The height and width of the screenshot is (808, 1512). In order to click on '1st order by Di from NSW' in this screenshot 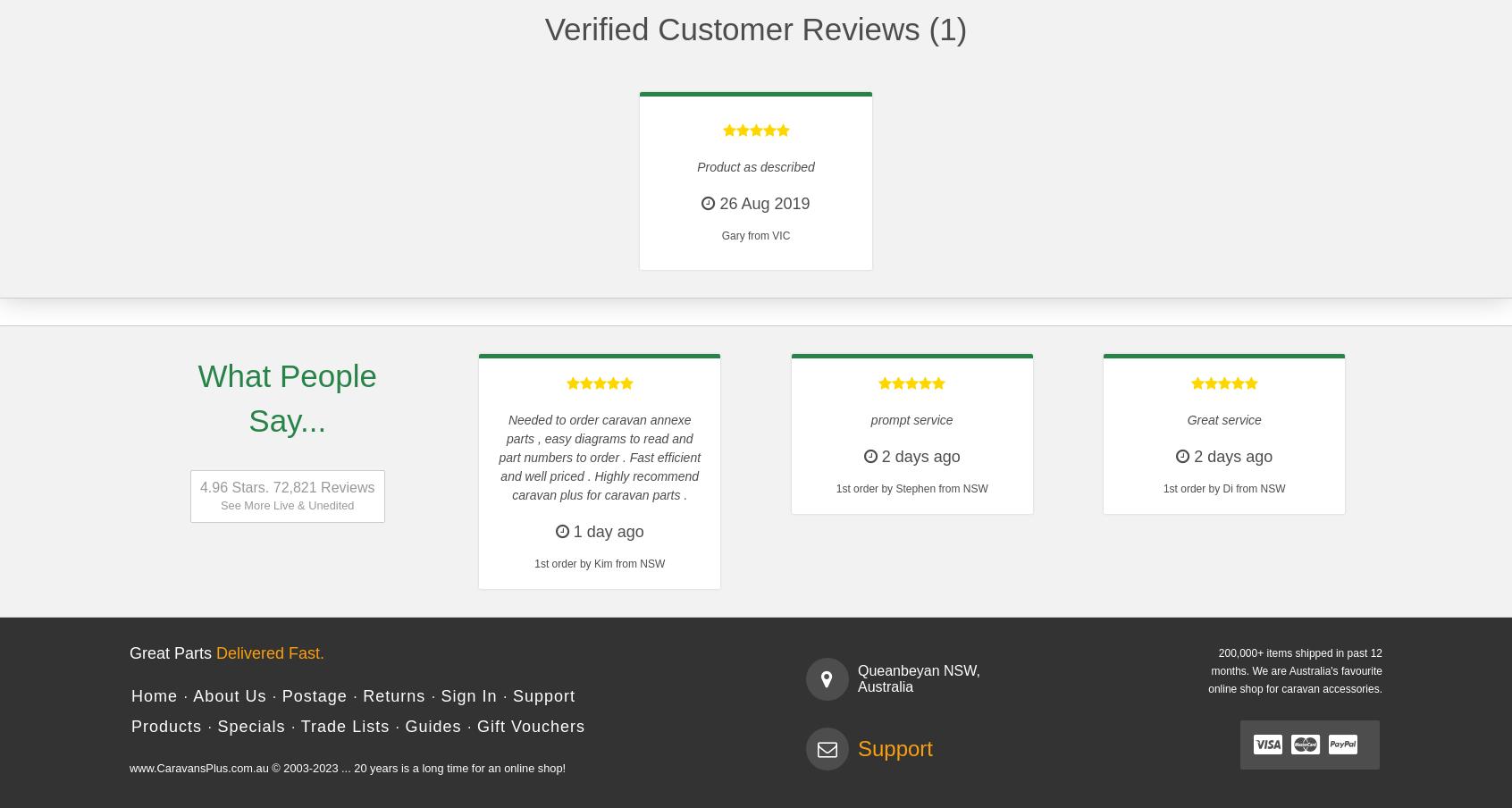, I will do `click(1223, 489)`.